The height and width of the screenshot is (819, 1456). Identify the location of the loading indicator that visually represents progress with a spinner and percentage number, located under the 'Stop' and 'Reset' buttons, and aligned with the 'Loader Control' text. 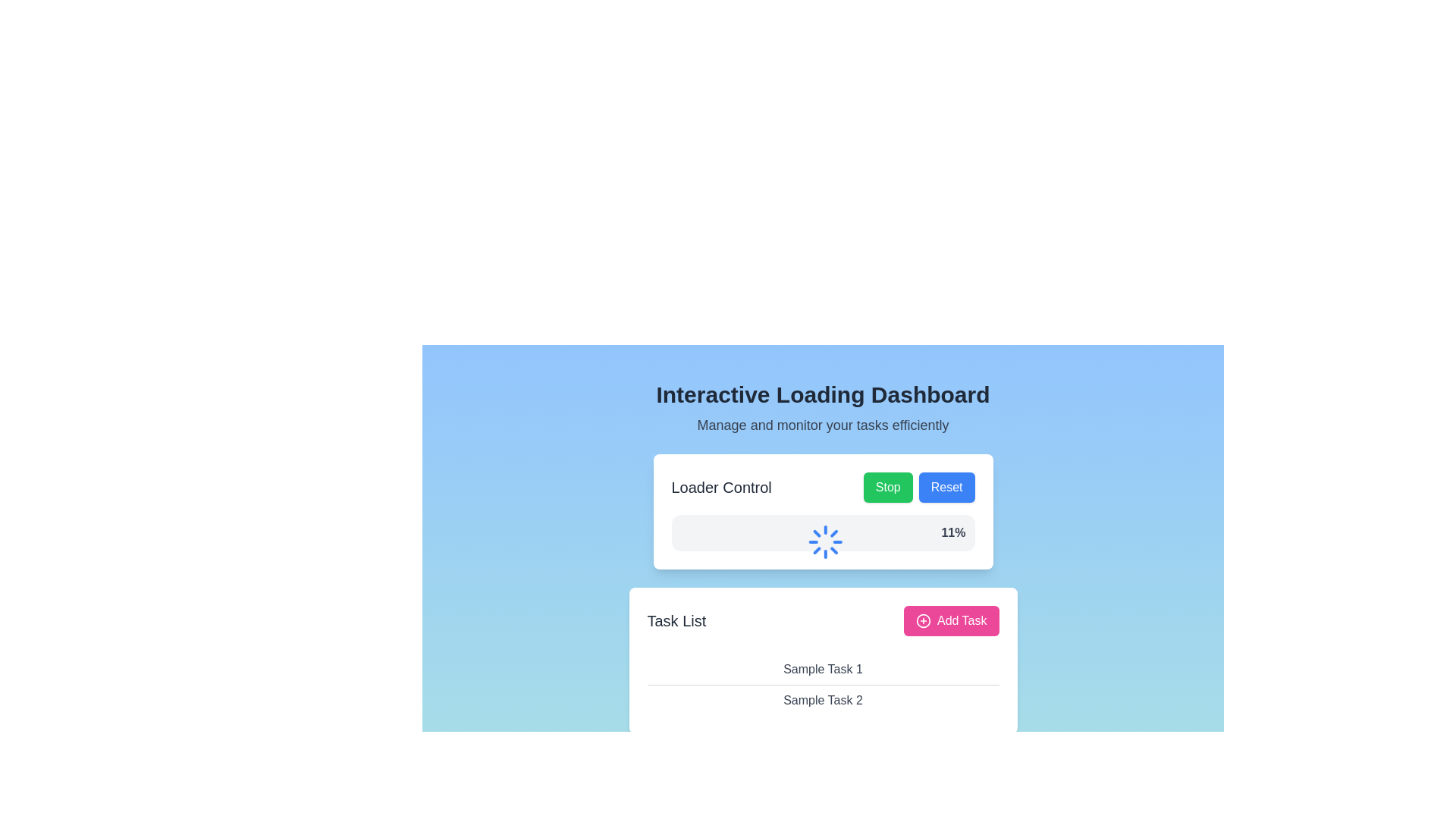
(822, 532).